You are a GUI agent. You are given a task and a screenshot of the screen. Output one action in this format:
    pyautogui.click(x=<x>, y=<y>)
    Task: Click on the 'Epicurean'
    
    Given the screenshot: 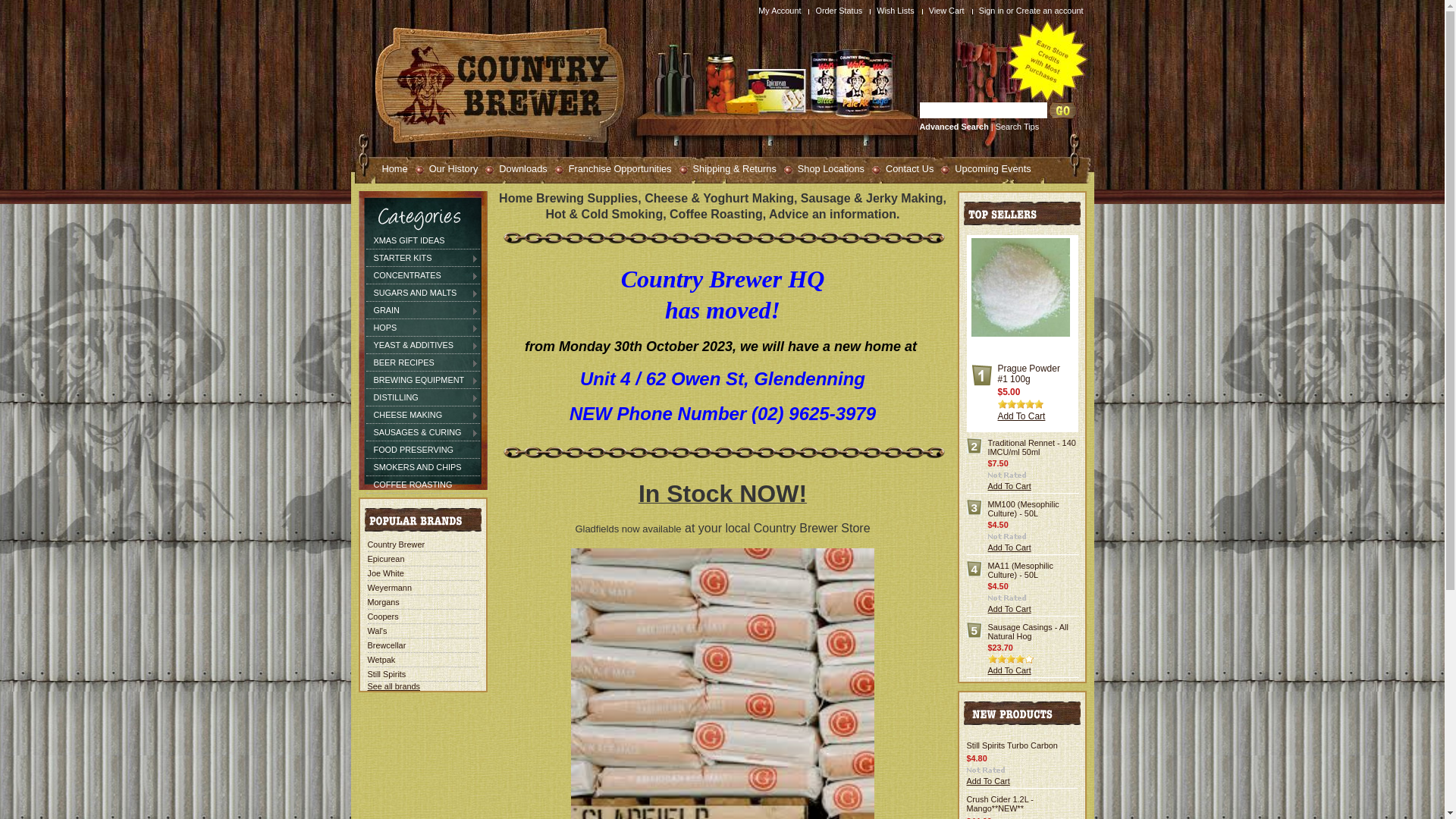 What is the action you would take?
    pyautogui.click(x=385, y=558)
    